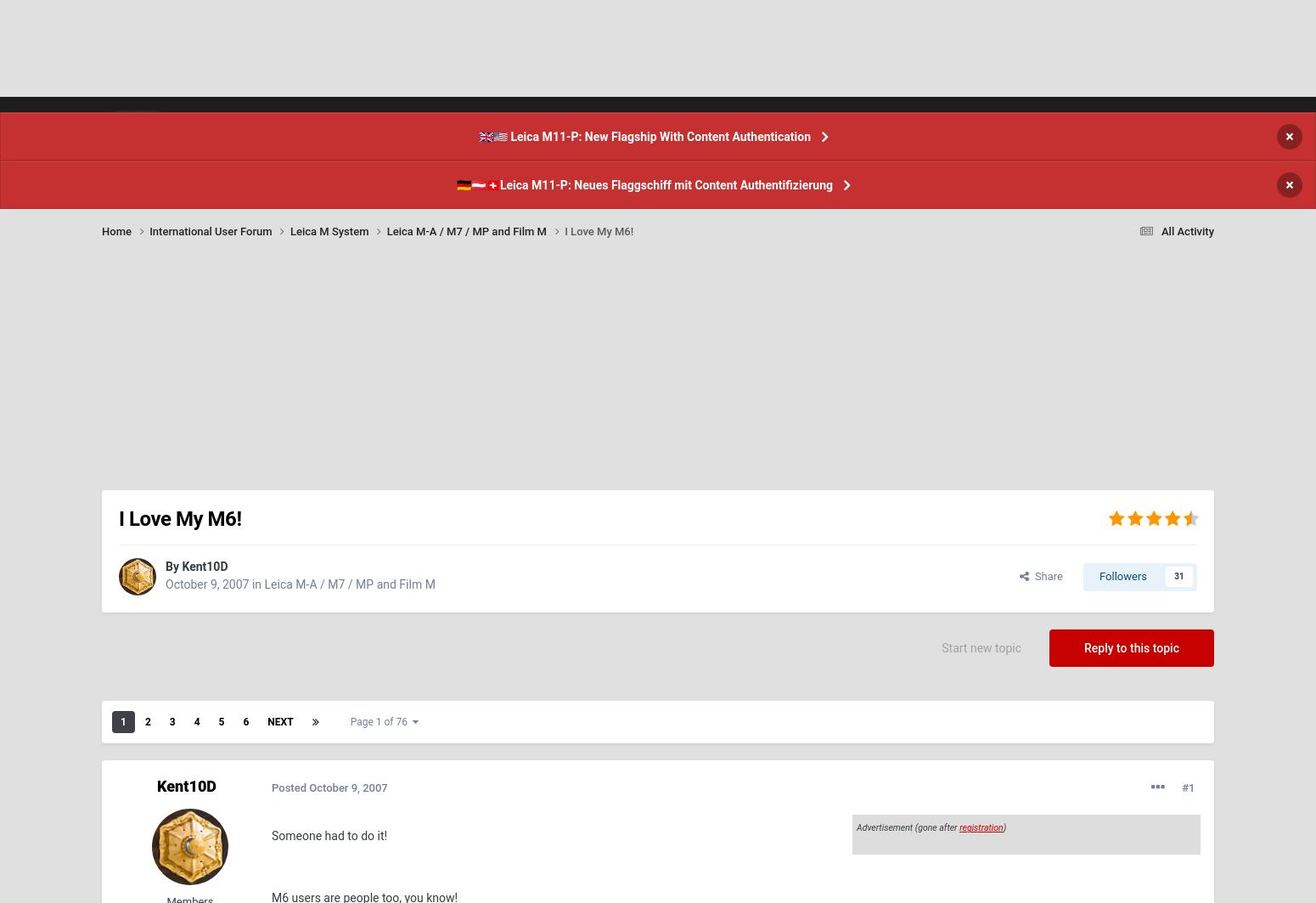  I want to click on 'I have a book that has lists of body and lens serial numbers, but you might be able to find what you're looking for here:', so click(271, 466).